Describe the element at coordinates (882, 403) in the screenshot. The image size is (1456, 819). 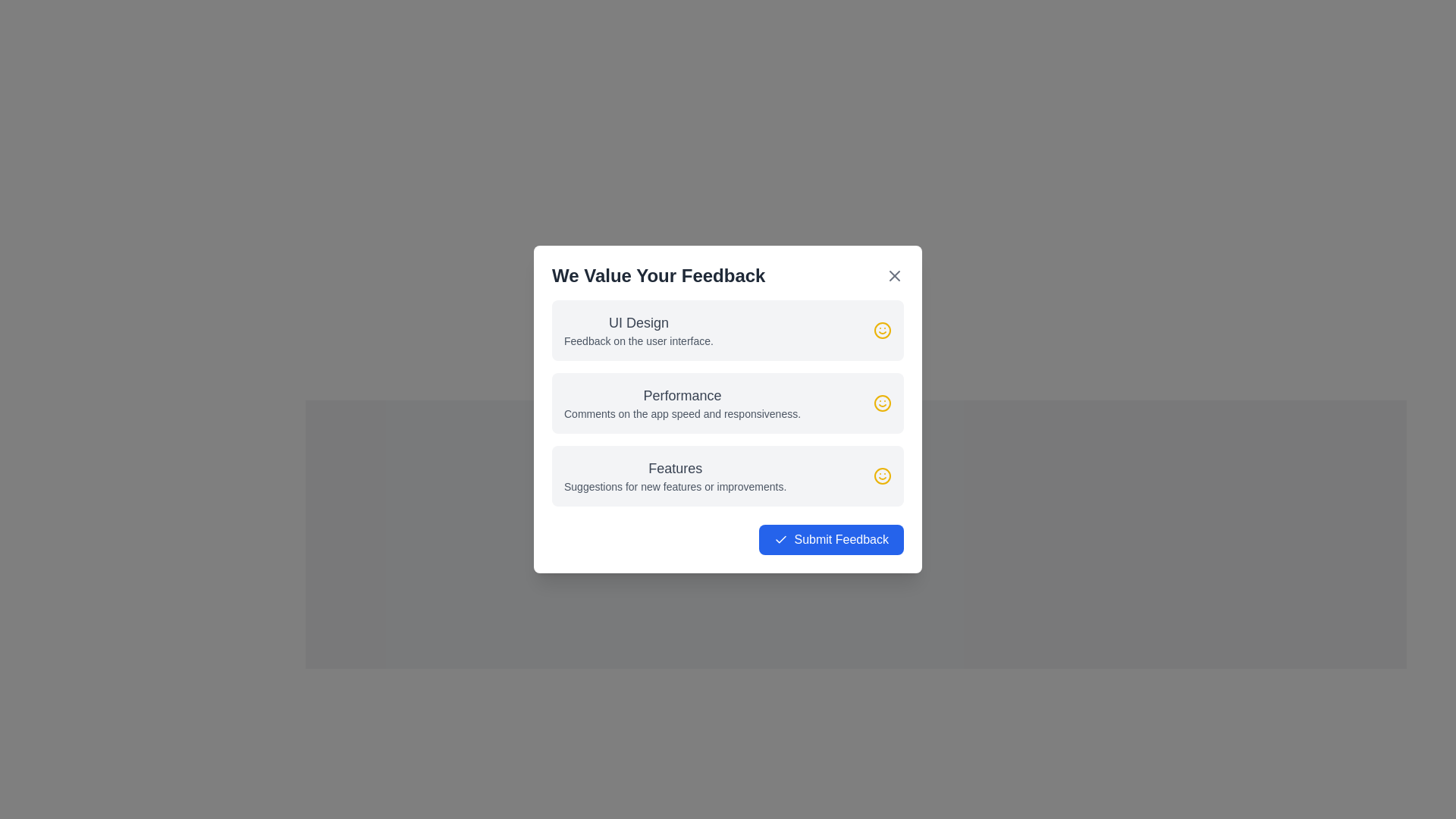
I see `the satisfaction feedback icon located on the right side of the 'Performance' feedback section in the feedback modal, aligned with the text 'Performance' and the description 'Comments on the app speed and responsiveness.'` at that location.